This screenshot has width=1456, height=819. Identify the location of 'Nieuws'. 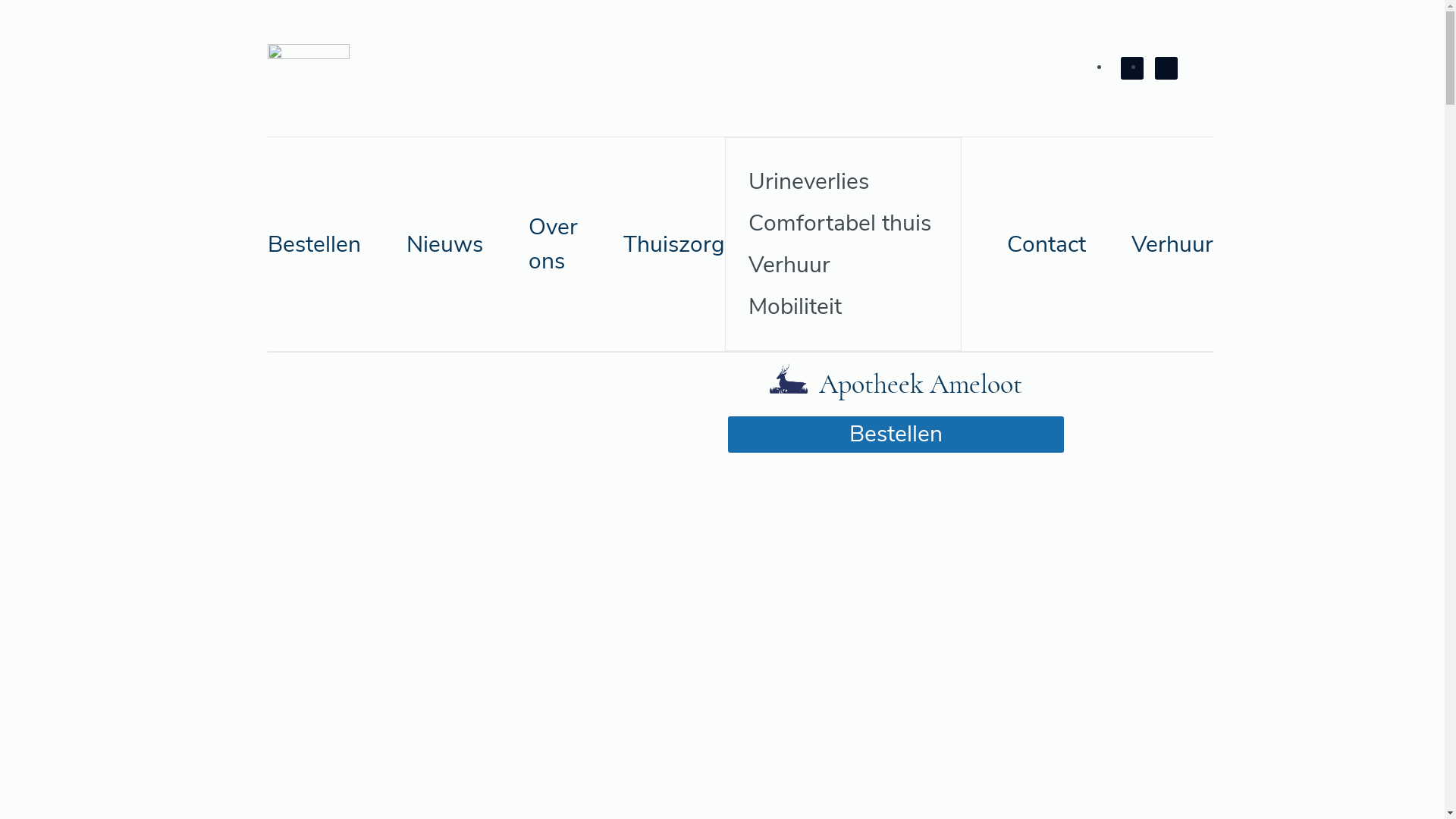
(406, 243).